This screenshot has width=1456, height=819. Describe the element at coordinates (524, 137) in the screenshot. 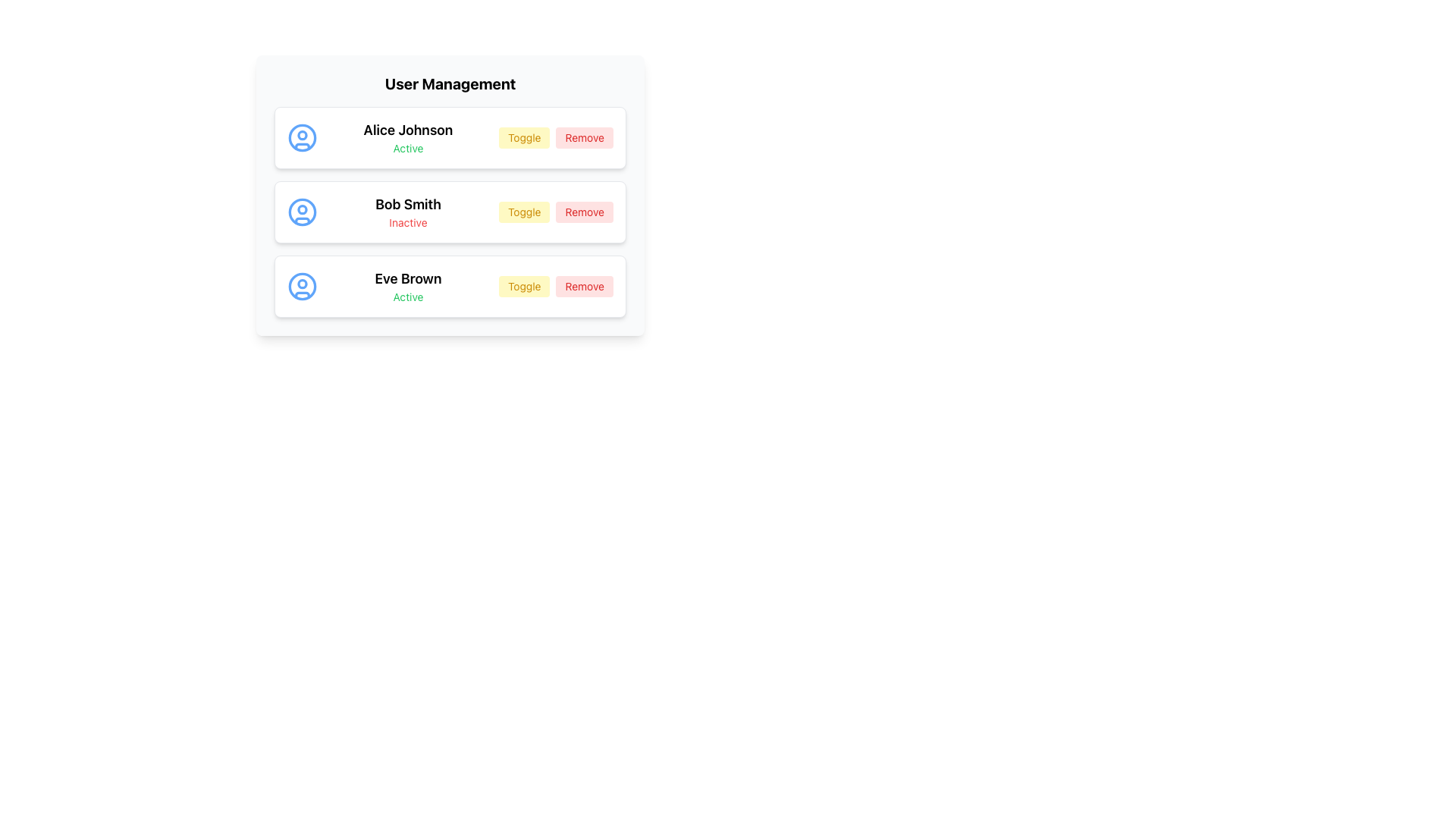

I see `the 'Toggle' button located in the 'User Management' section, which is the first button to the right of the user 'Alice Johnson'` at that location.